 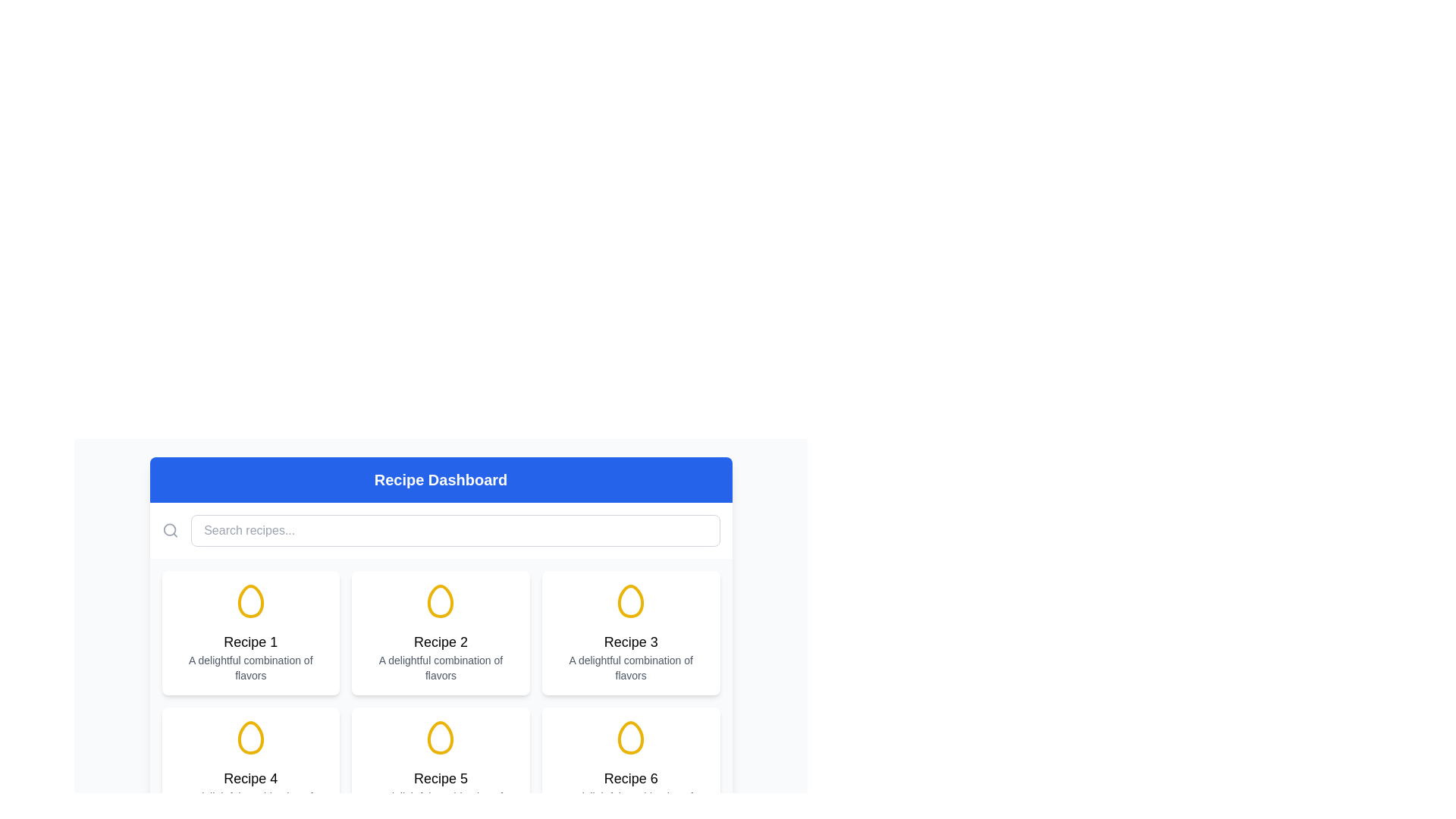 What do you see at coordinates (250, 632) in the screenshot?
I see `the first recipe card in the recipe dashboard, which contains the recipe's name and description, located in the top-left position of the grid layout` at bounding box center [250, 632].